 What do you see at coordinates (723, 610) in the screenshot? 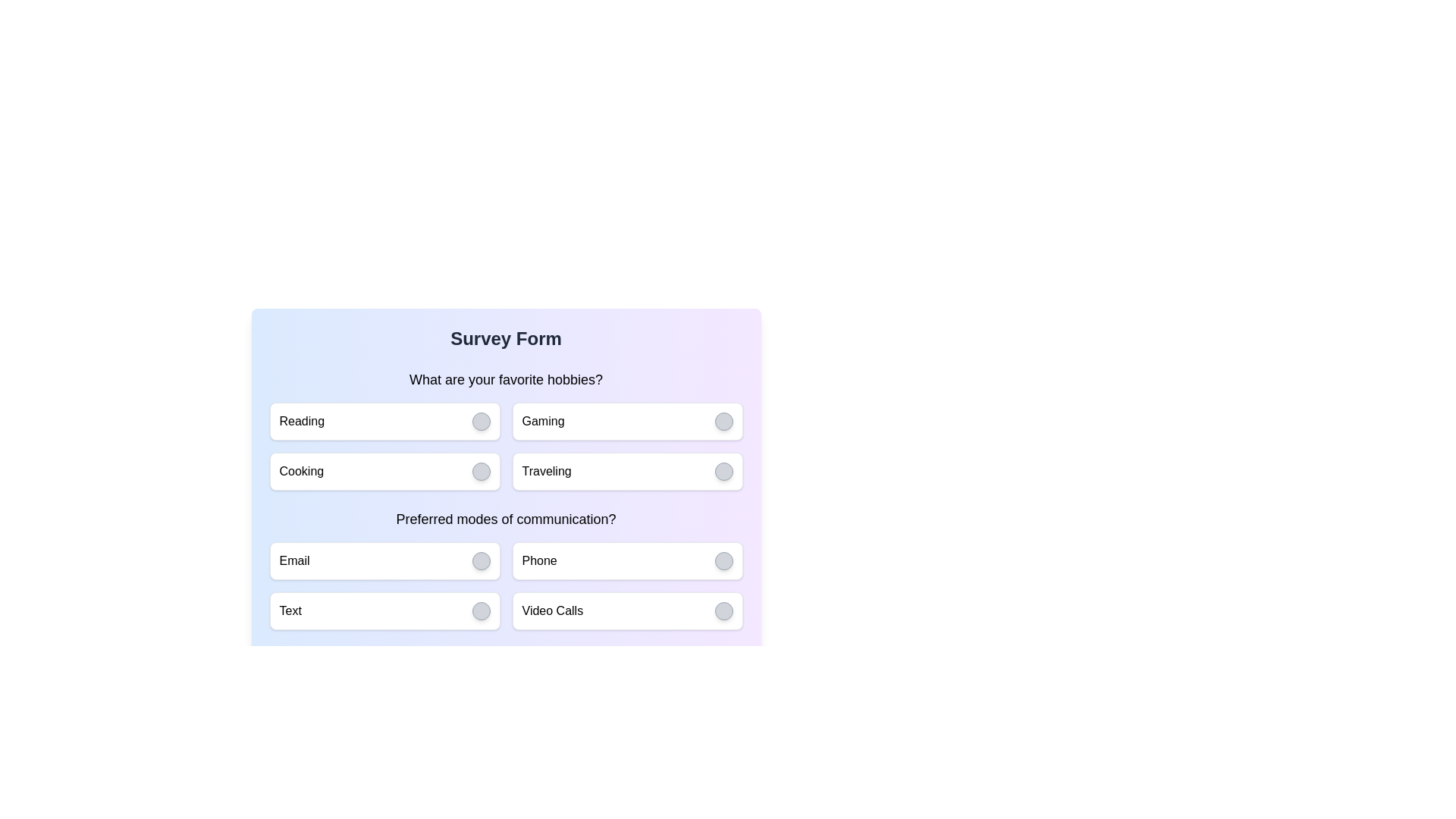
I see `the radio button for 'Video Calls' located in the 'Preferred modes of communication?' section` at bounding box center [723, 610].